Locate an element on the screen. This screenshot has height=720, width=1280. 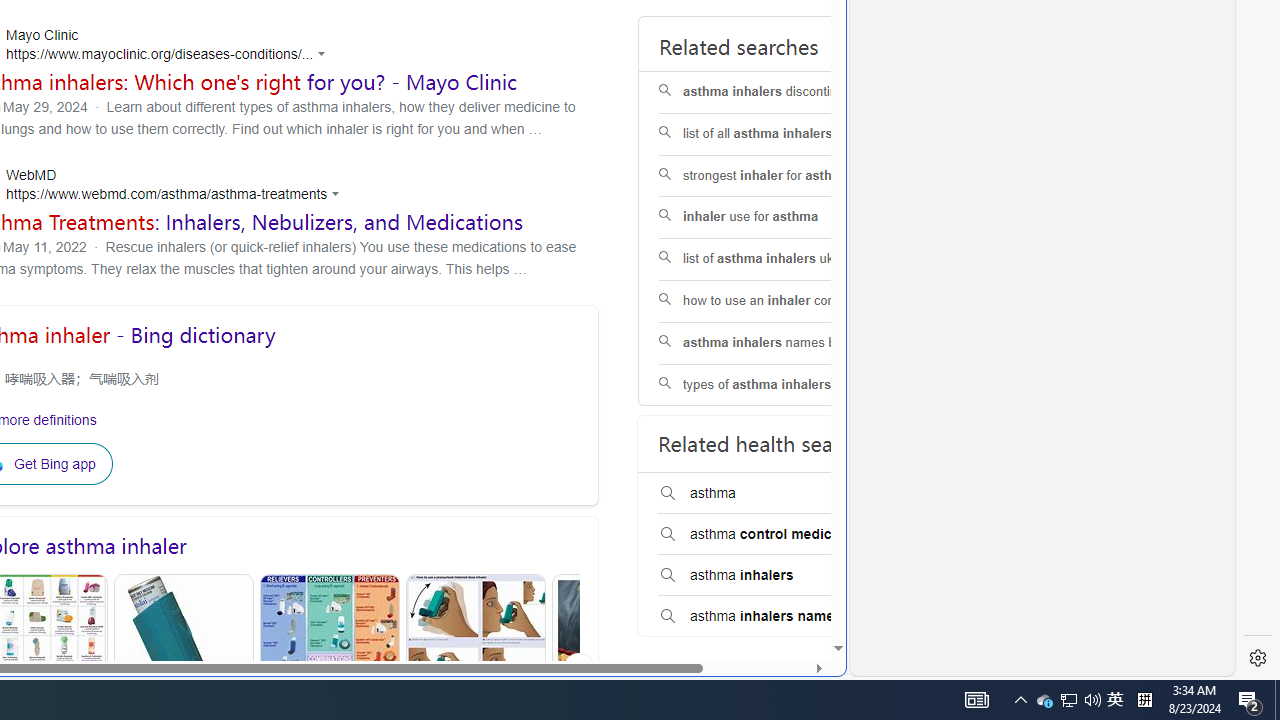
'asthma inhalers discontinued' is located at coordinates (784, 92).